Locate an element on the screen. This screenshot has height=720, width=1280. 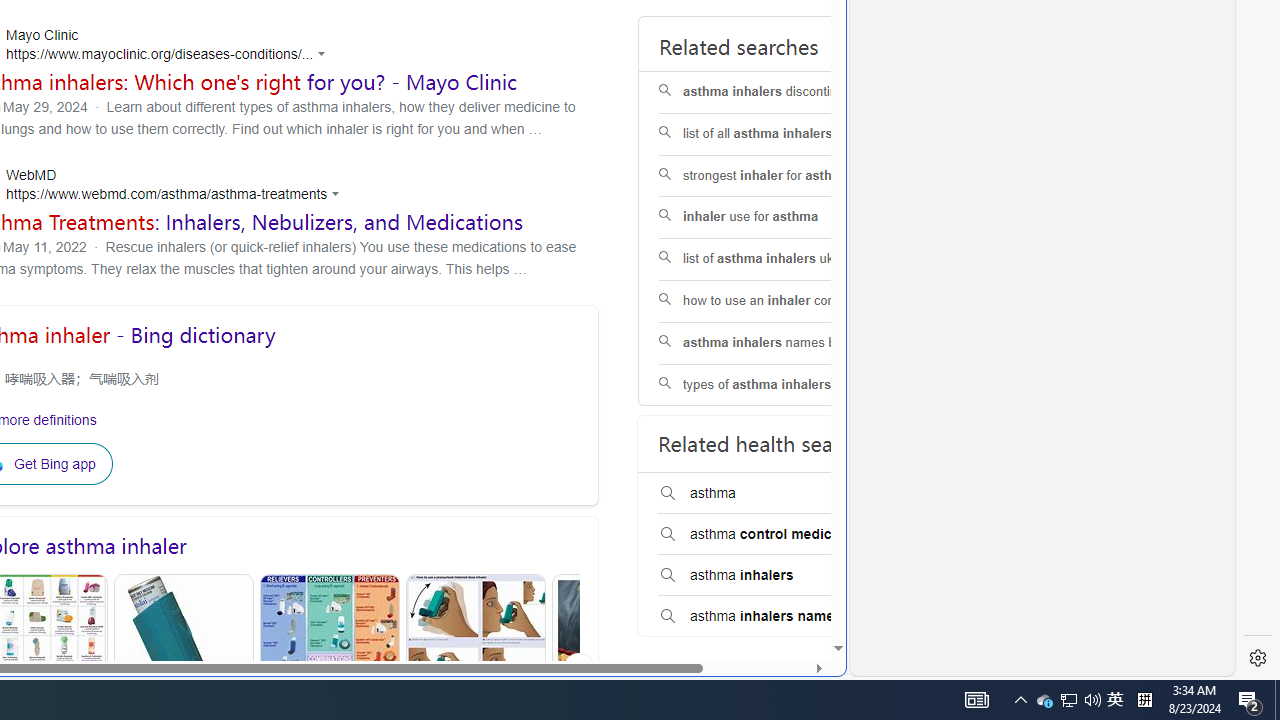
'asthma inhalers discontinued' is located at coordinates (784, 92).